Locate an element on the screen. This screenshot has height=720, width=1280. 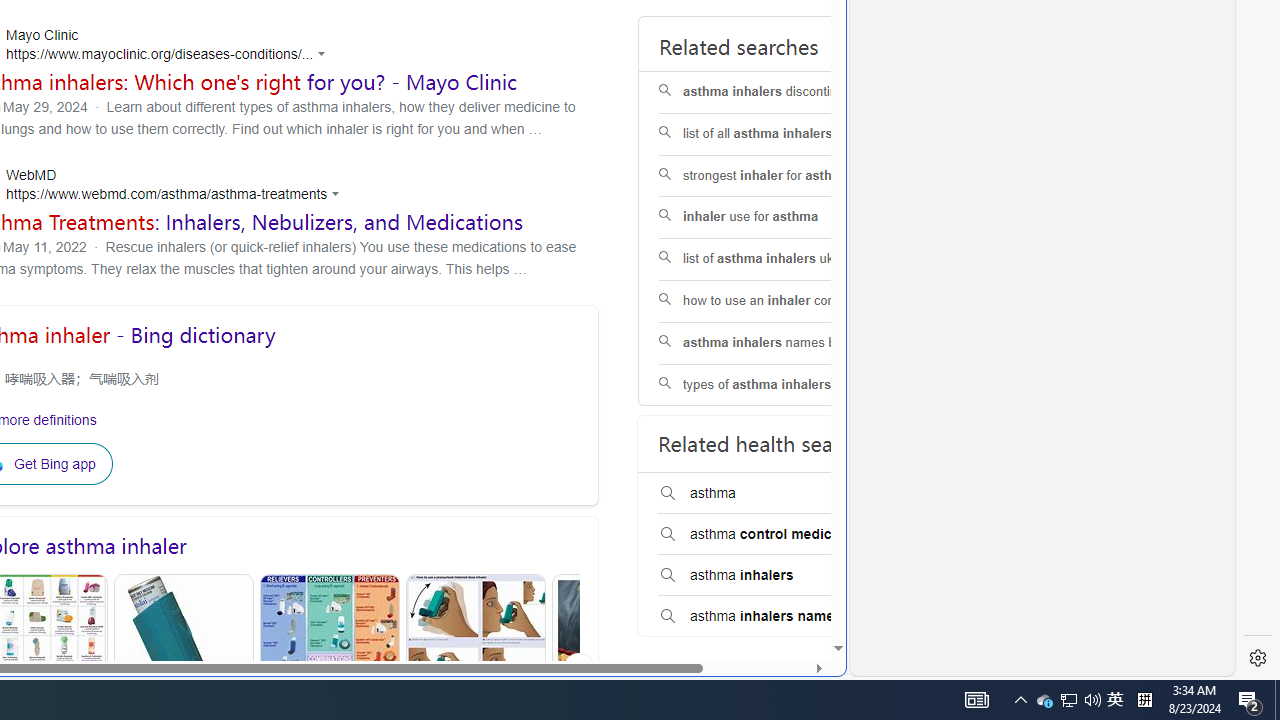
'asthma inhalers discontinued' is located at coordinates (784, 92).